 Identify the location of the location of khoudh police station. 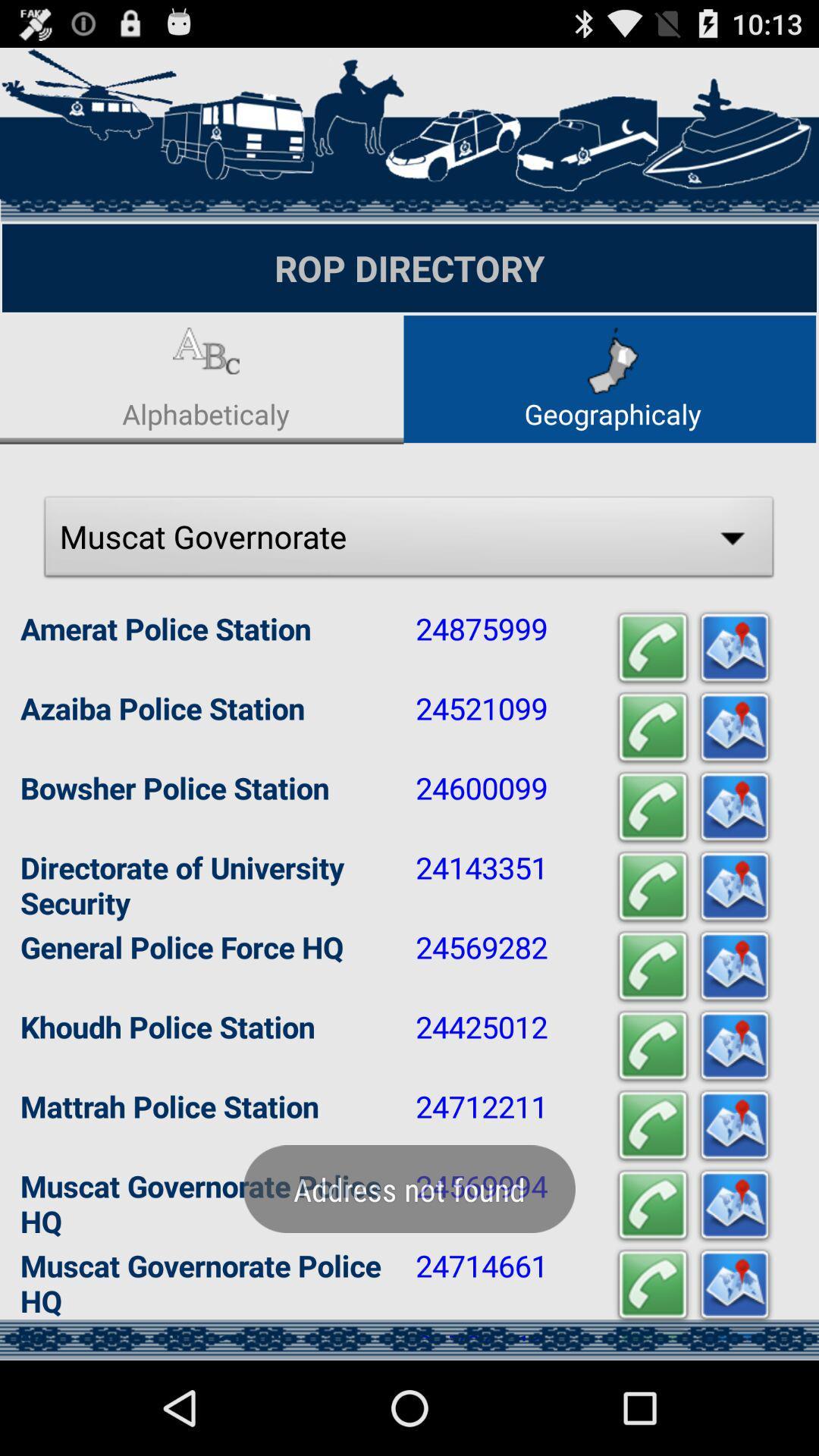
(733, 1046).